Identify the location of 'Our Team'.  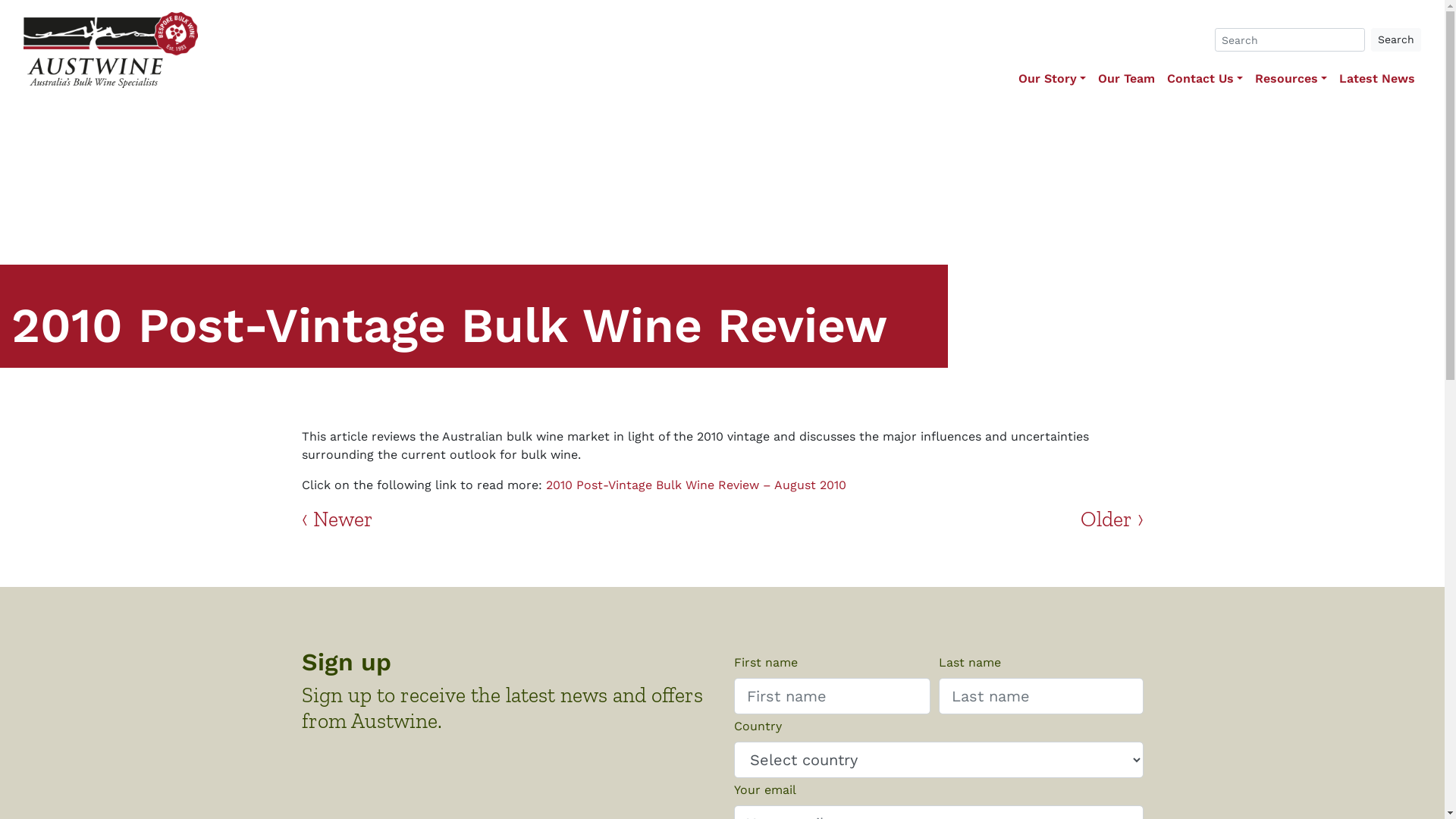
(1126, 79).